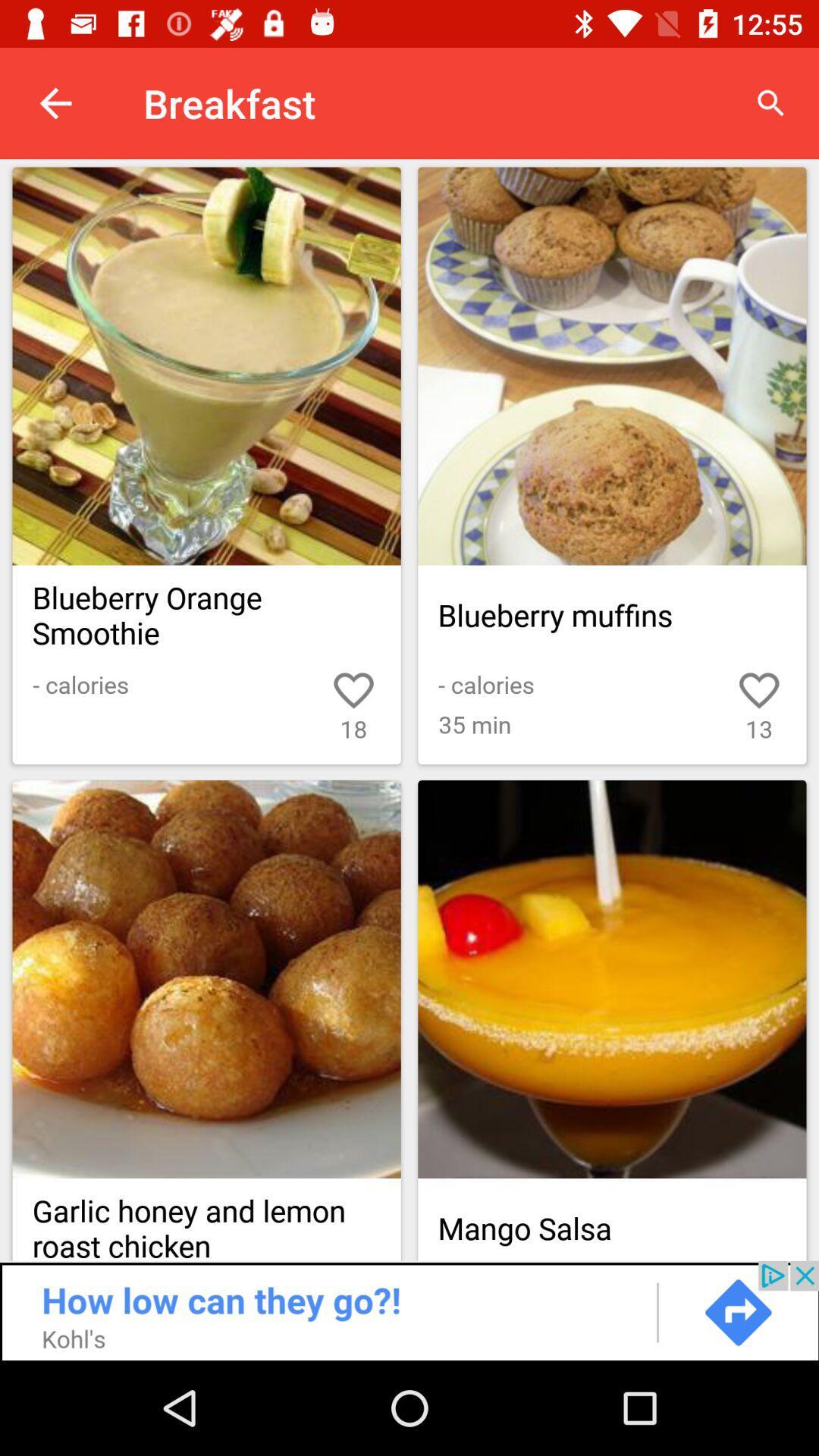 Image resolution: width=819 pixels, height=1456 pixels. I want to click on to the food item, so click(611, 366).